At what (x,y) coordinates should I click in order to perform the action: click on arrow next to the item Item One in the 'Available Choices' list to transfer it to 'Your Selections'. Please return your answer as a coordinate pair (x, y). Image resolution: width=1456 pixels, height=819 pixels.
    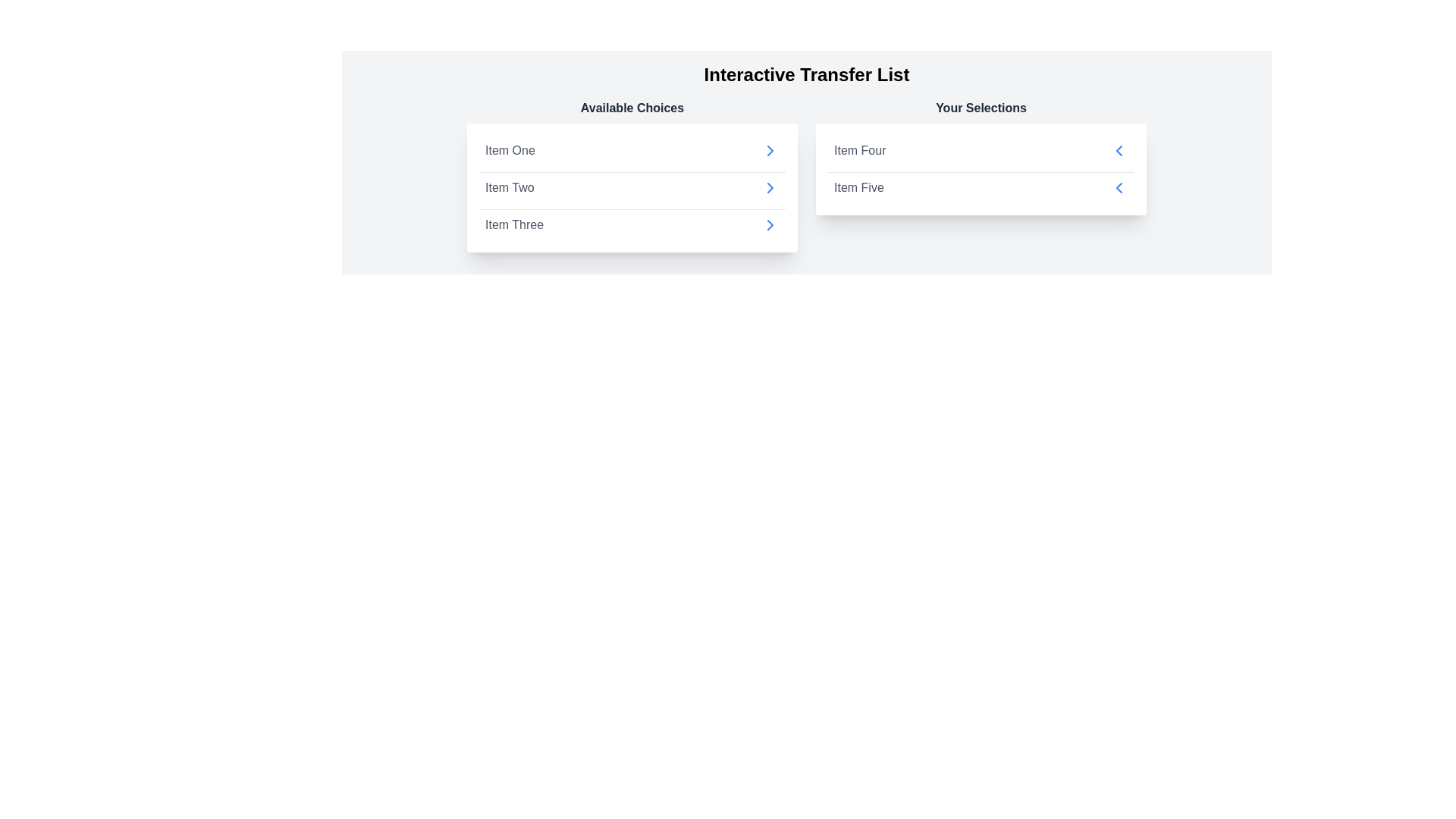
    Looking at the image, I should click on (770, 151).